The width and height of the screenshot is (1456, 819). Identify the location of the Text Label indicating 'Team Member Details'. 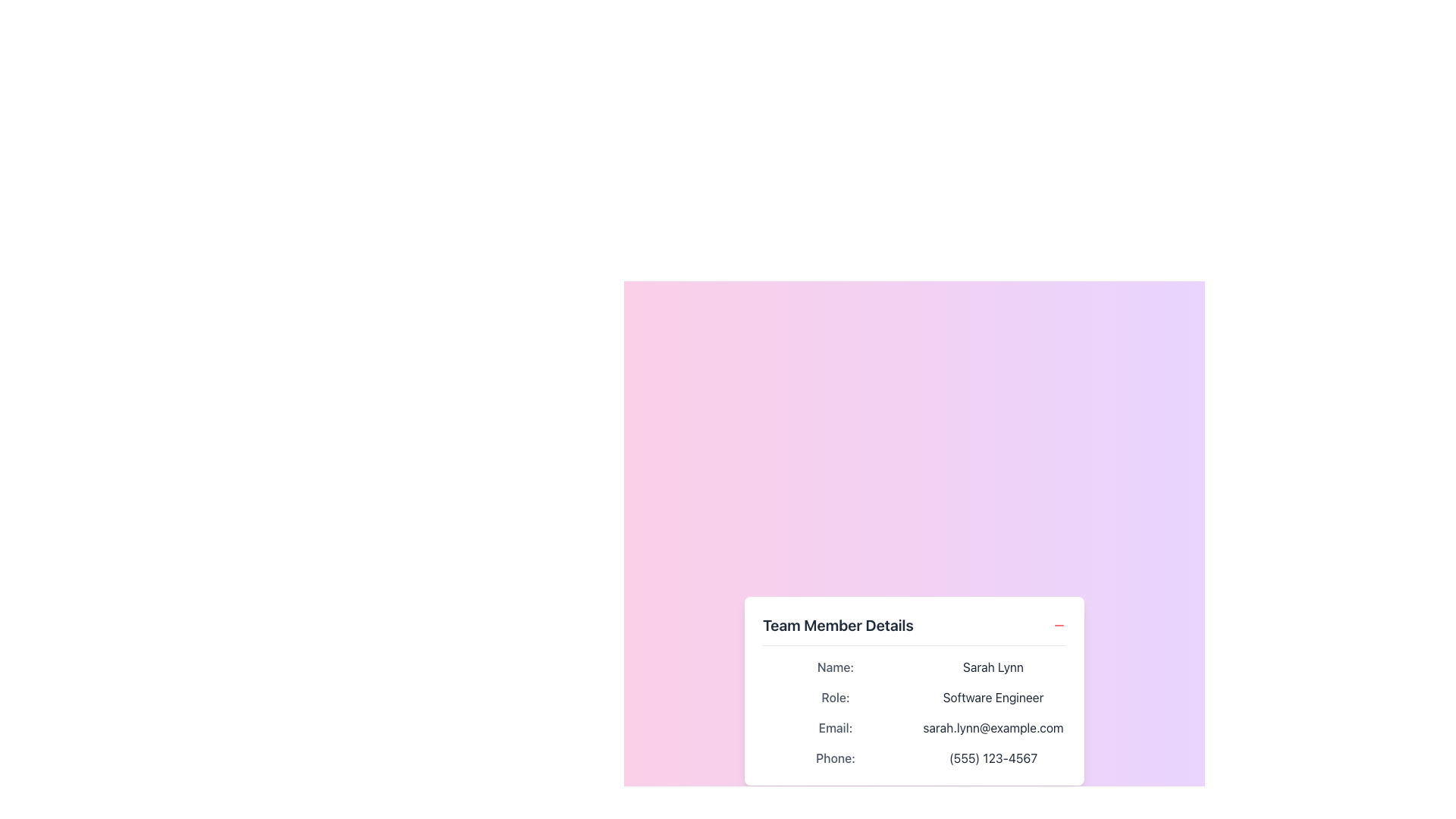
(837, 625).